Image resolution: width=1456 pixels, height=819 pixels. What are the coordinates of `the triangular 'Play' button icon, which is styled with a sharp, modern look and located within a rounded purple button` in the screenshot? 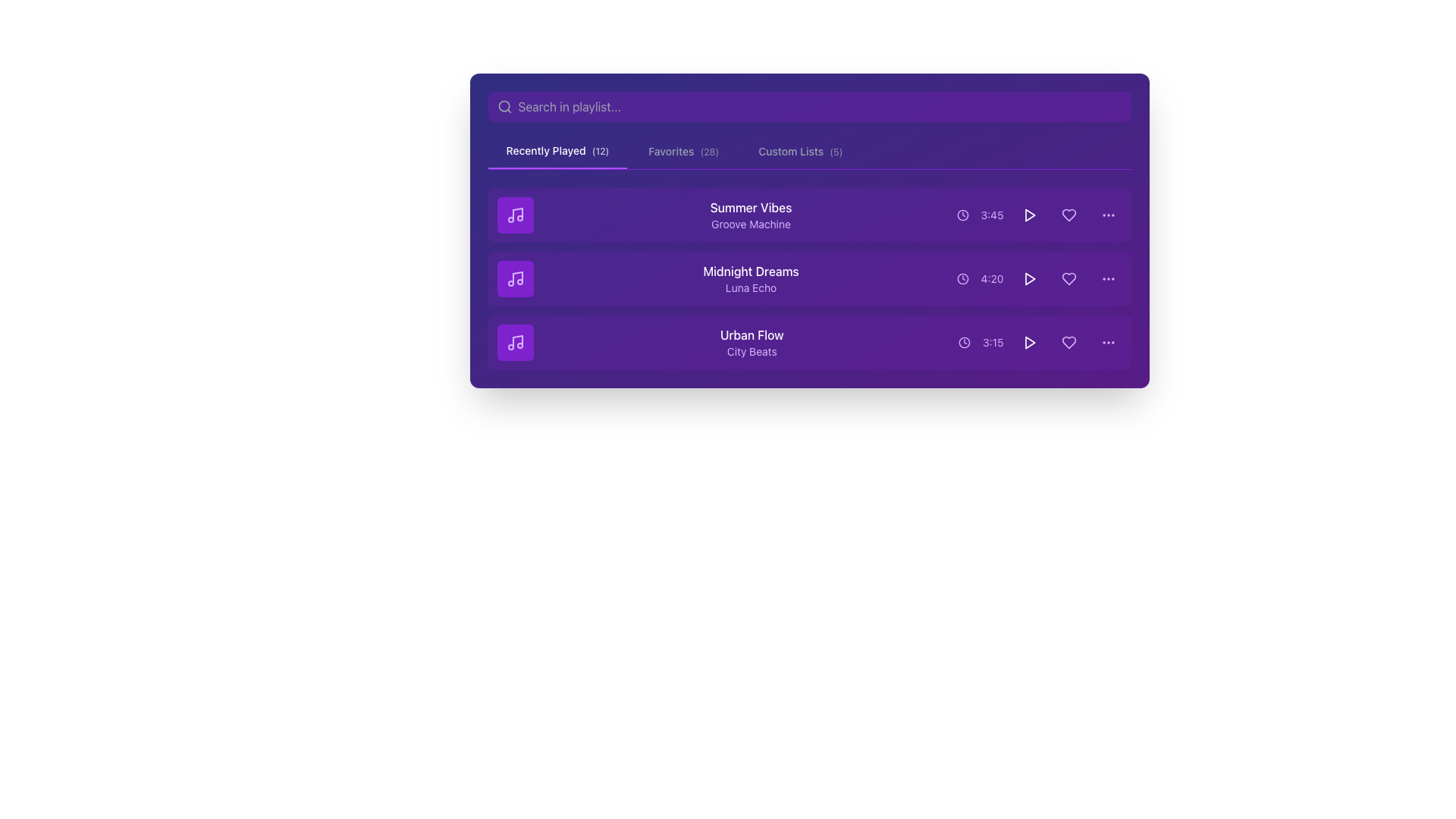 It's located at (1029, 342).